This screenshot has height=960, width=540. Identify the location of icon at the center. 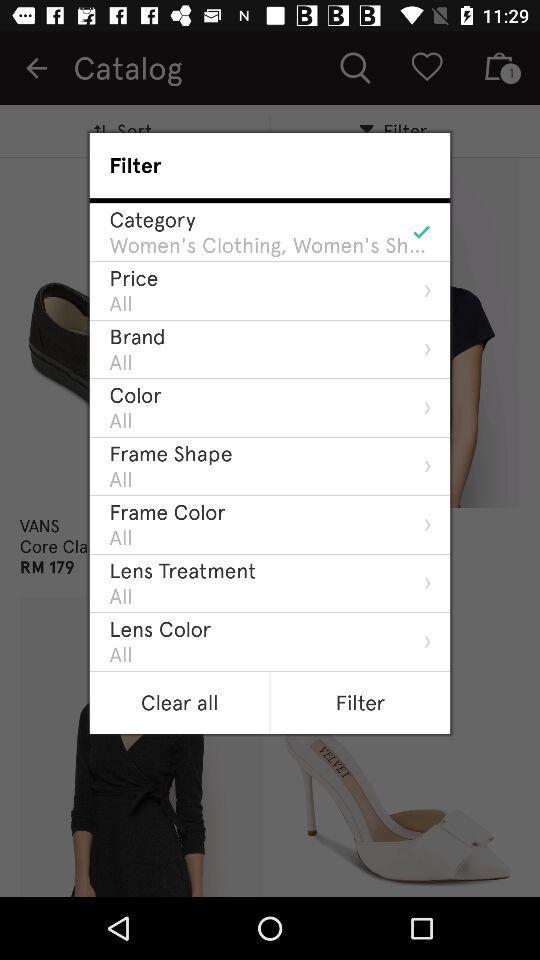
(182, 570).